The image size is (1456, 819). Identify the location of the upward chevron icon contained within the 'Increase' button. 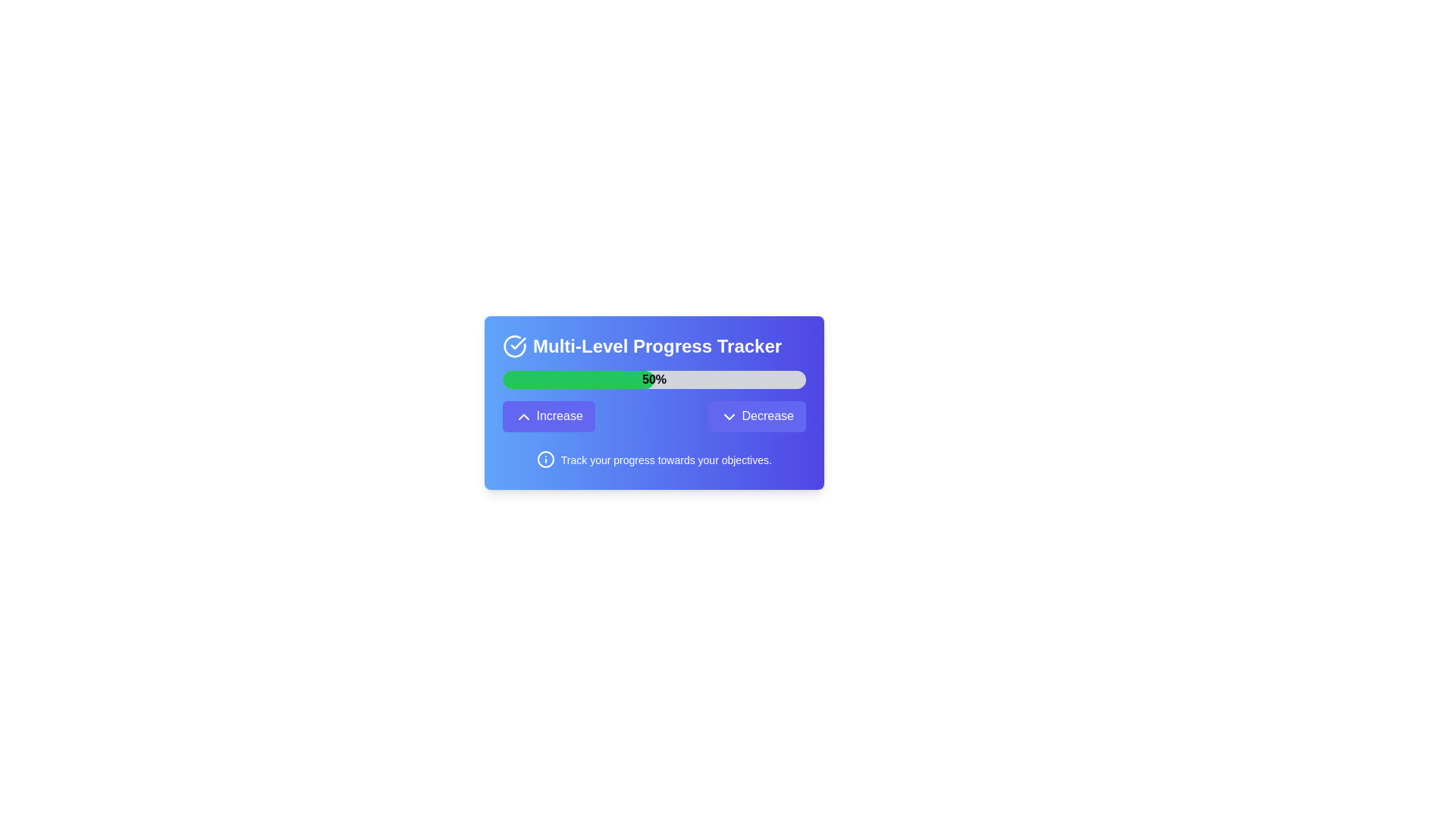
(524, 416).